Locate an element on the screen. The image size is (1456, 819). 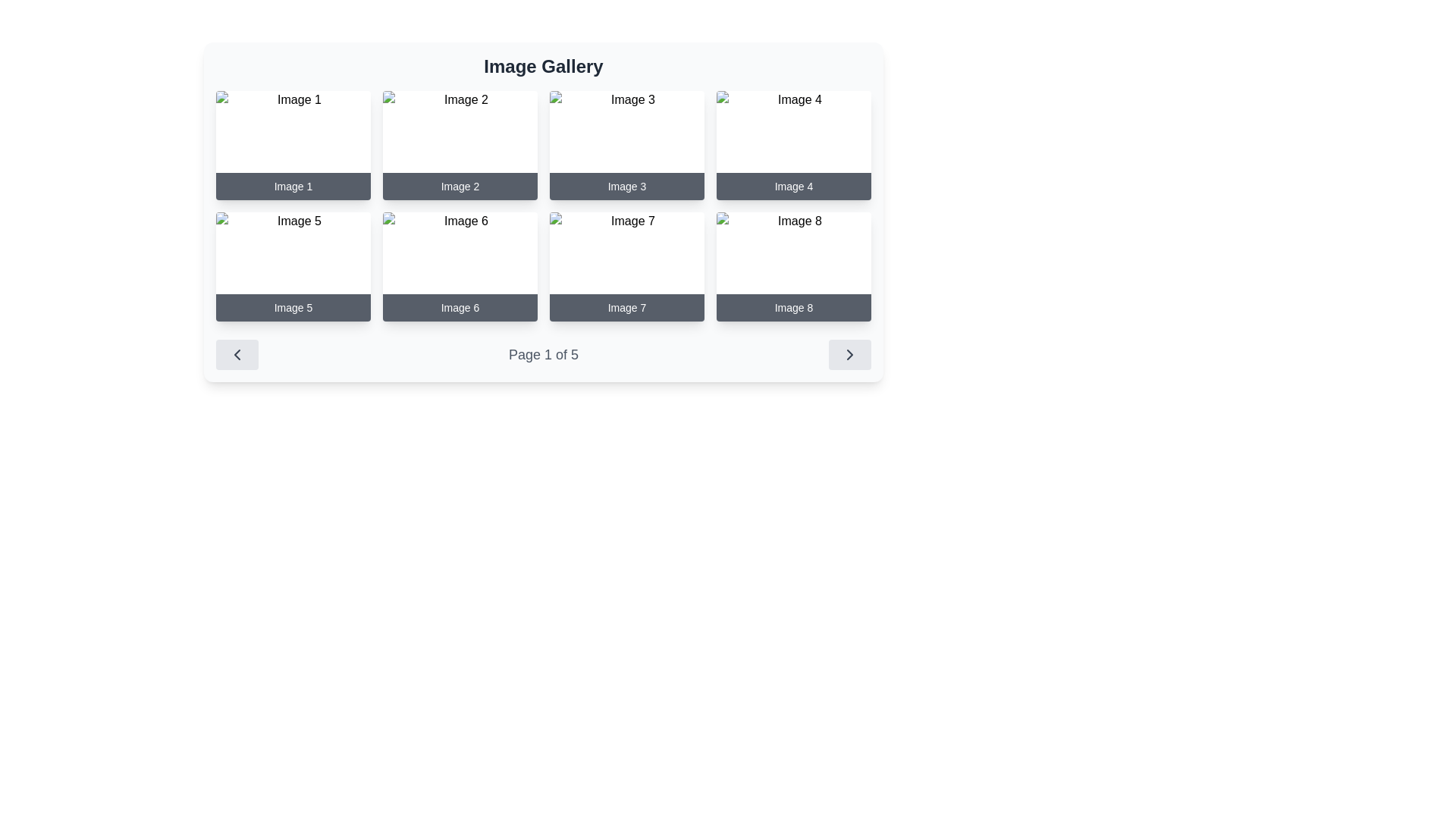
the card representing an item is located at coordinates (626, 265).